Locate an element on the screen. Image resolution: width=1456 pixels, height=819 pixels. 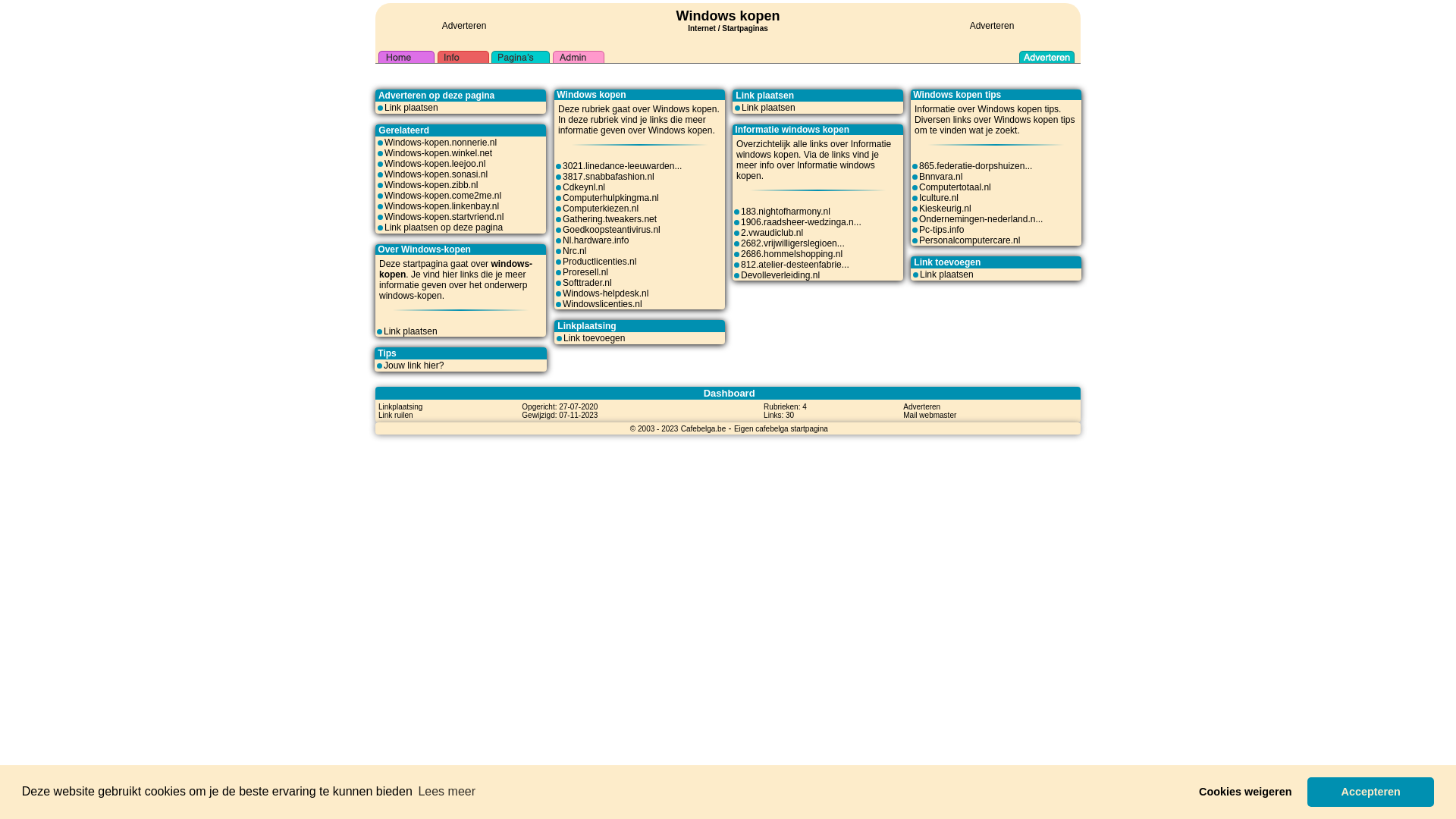
'Iculture.nl' is located at coordinates (918, 197).